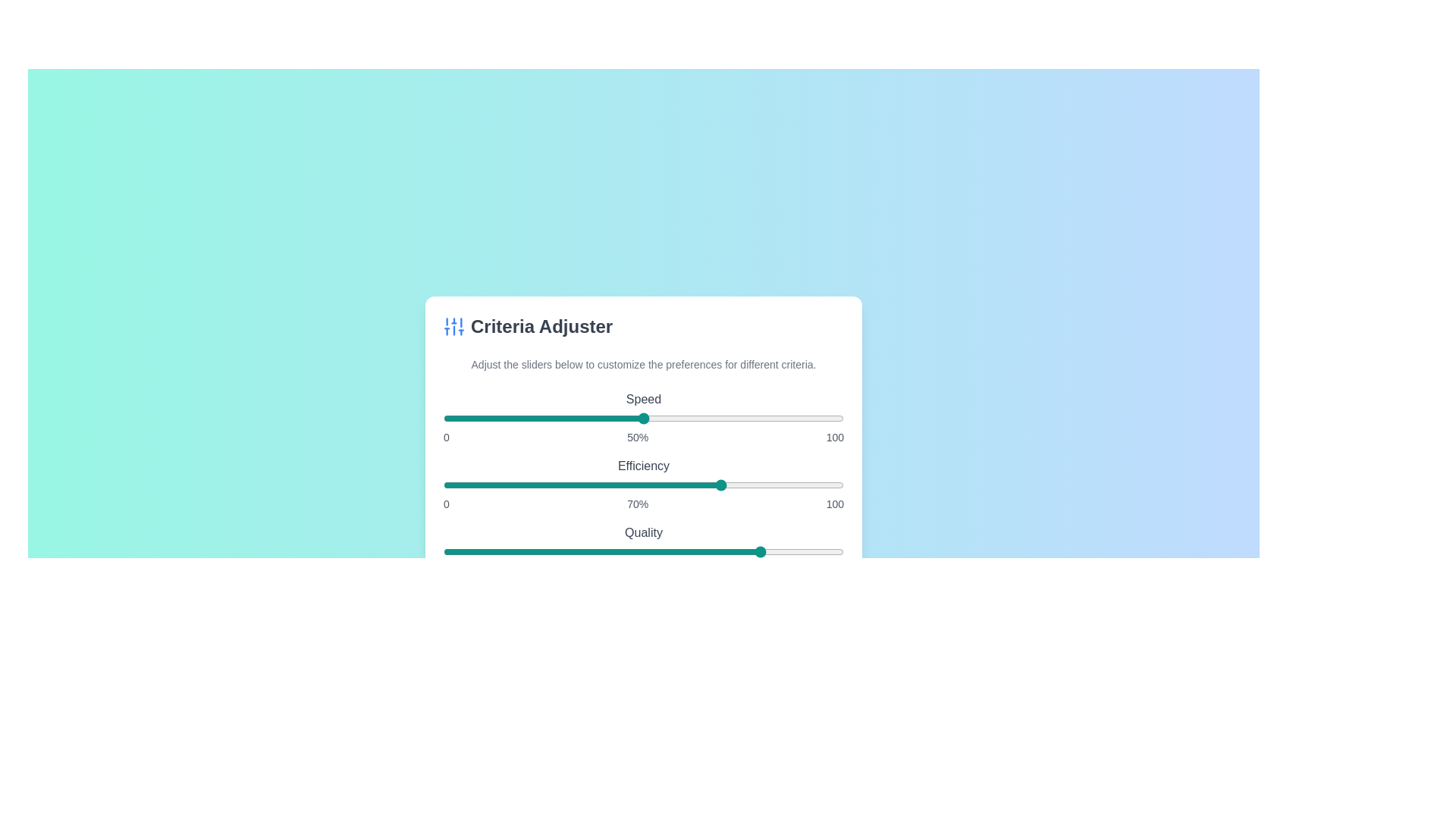 The image size is (1456, 819). Describe the element at coordinates (479, 485) in the screenshot. I see `the Efficiency slider to 9%` at that location.